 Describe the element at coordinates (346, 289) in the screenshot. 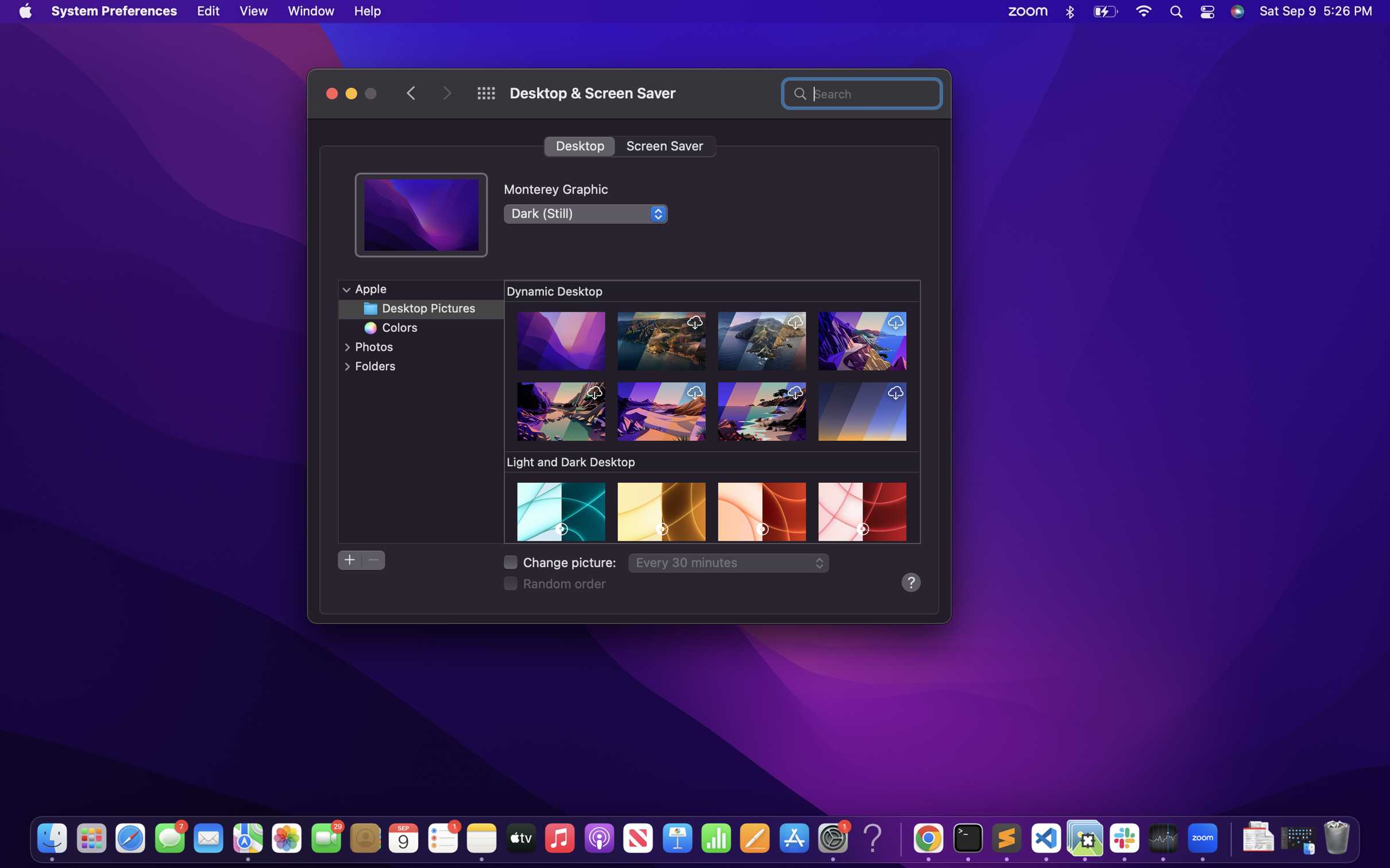

I see `the option menu` at that location.